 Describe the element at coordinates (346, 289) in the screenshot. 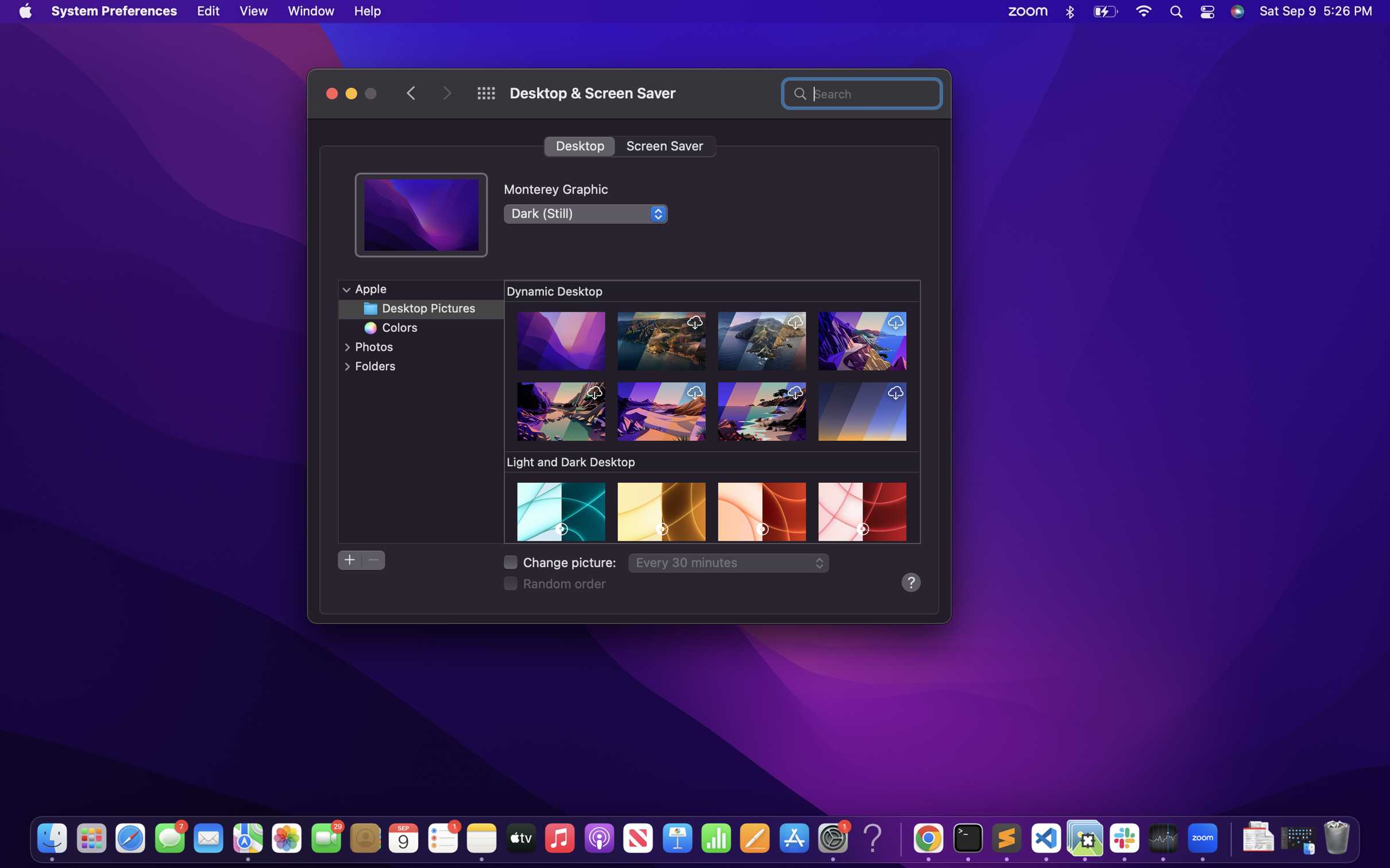

I see `the option menu` at that location.